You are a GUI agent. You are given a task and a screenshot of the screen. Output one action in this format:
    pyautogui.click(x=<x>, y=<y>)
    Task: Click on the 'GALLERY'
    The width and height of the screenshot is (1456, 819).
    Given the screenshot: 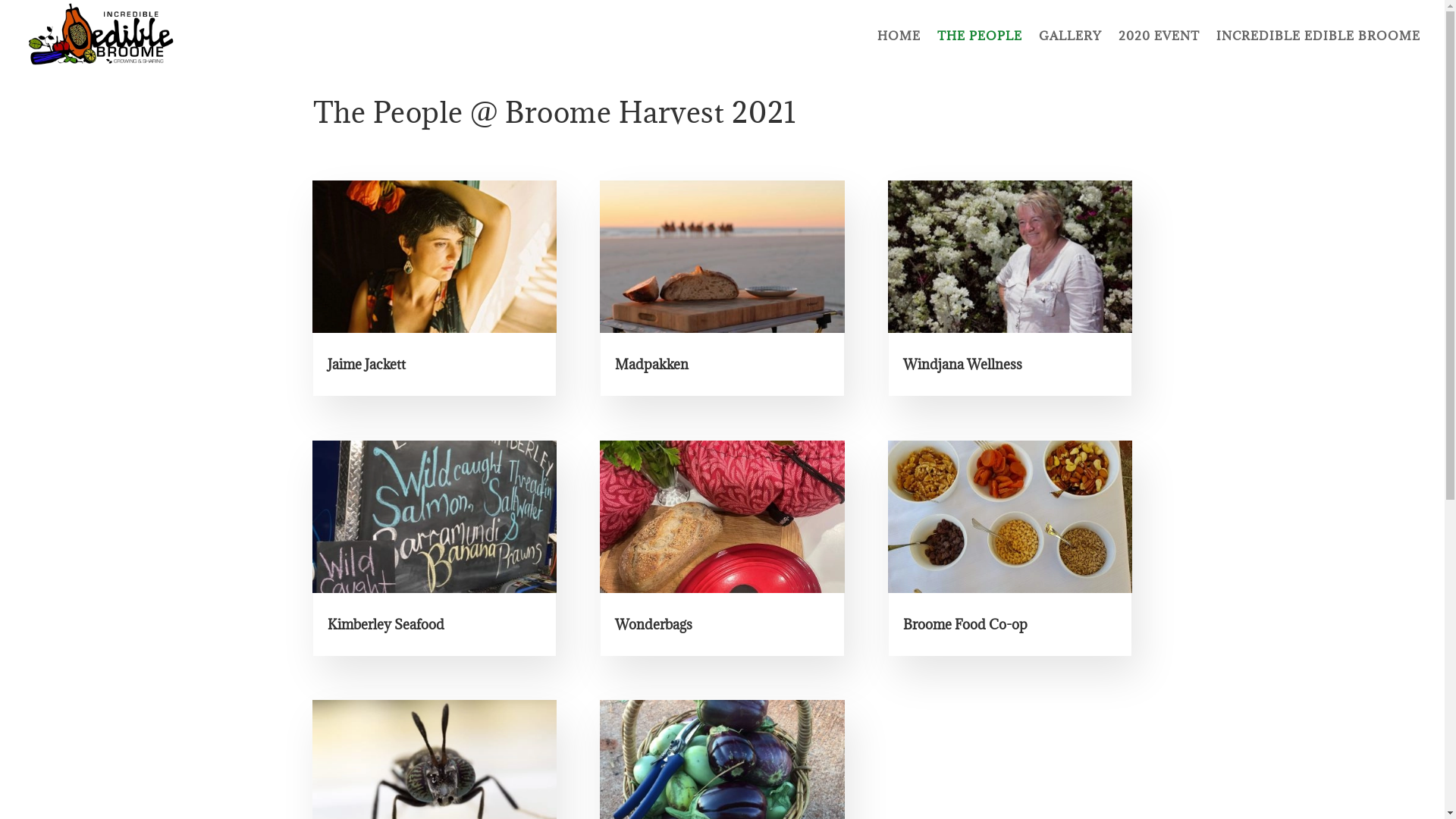 What is the action you would take?
    pyautogui.click(x=1069, y=49)
    